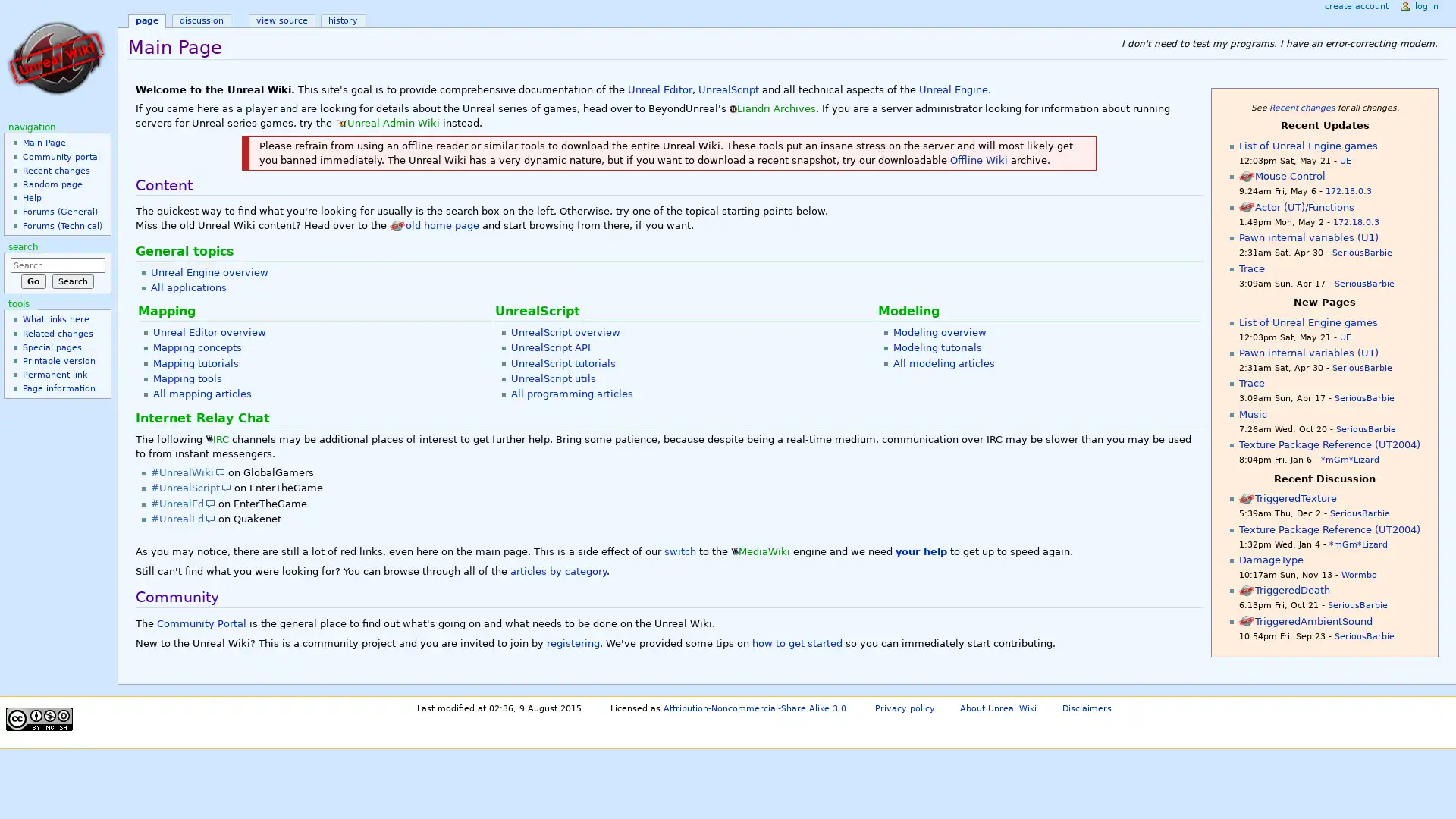 Image resolution: width=1456 pixels, height=819 pixels. Describe the element at coordinates (33, 281) in the screenshot. I see `Go` at that location.